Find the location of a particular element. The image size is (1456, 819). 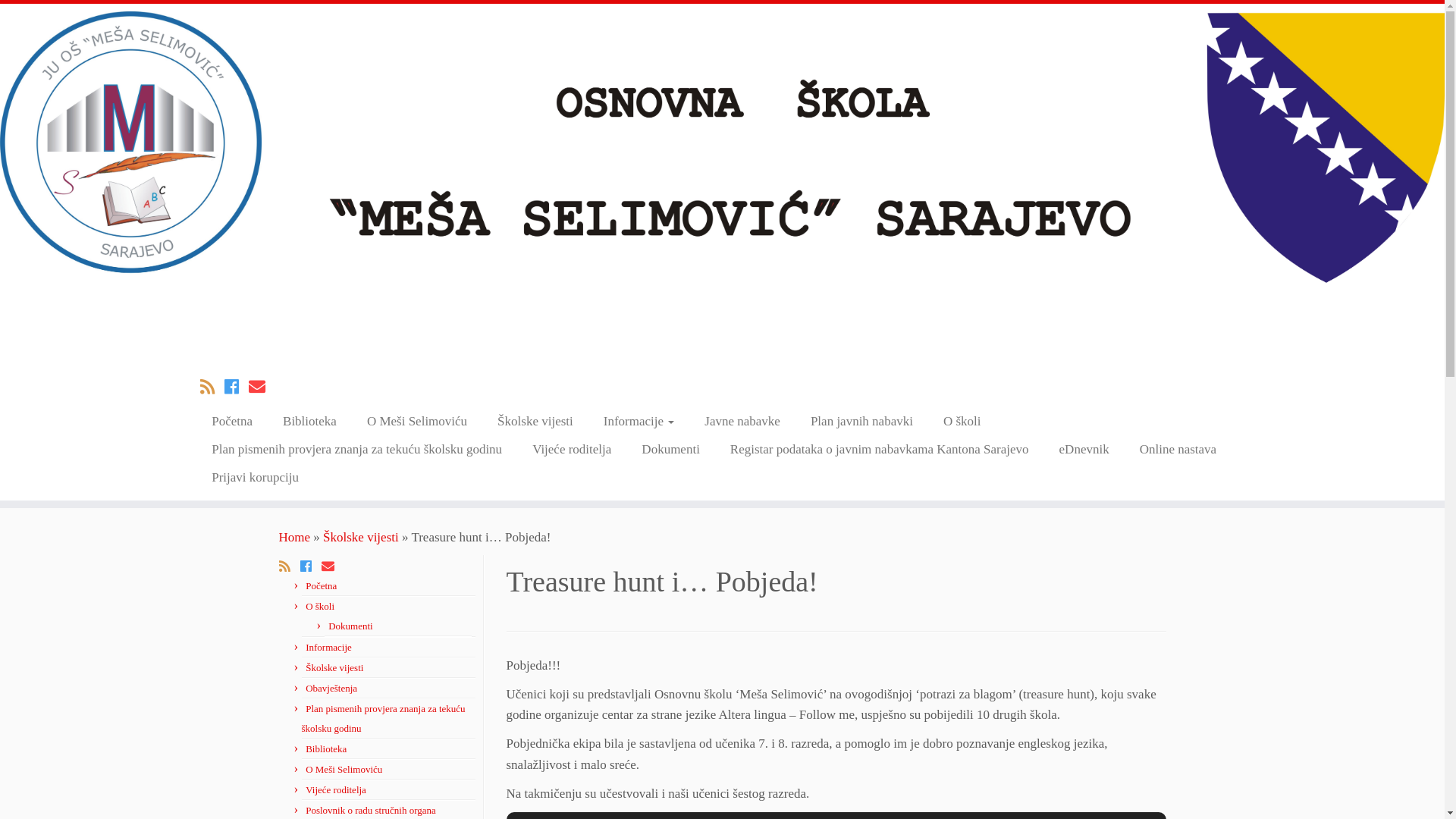

'Online nastava' is located at coordinates (1178, 448).